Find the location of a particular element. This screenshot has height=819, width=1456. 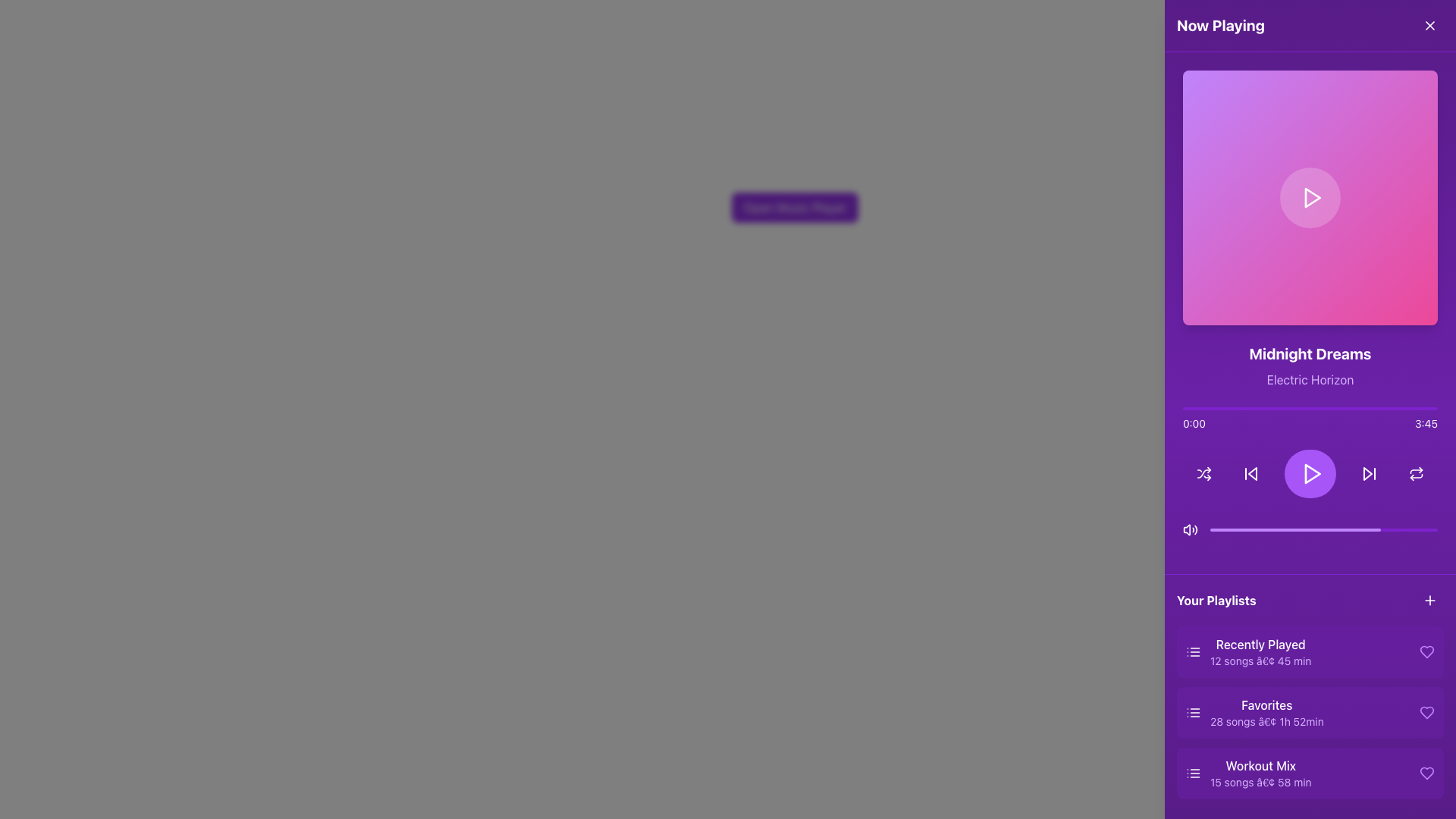

the triangular play icon inside the circular purple button is located at coordinates (1312, 472).